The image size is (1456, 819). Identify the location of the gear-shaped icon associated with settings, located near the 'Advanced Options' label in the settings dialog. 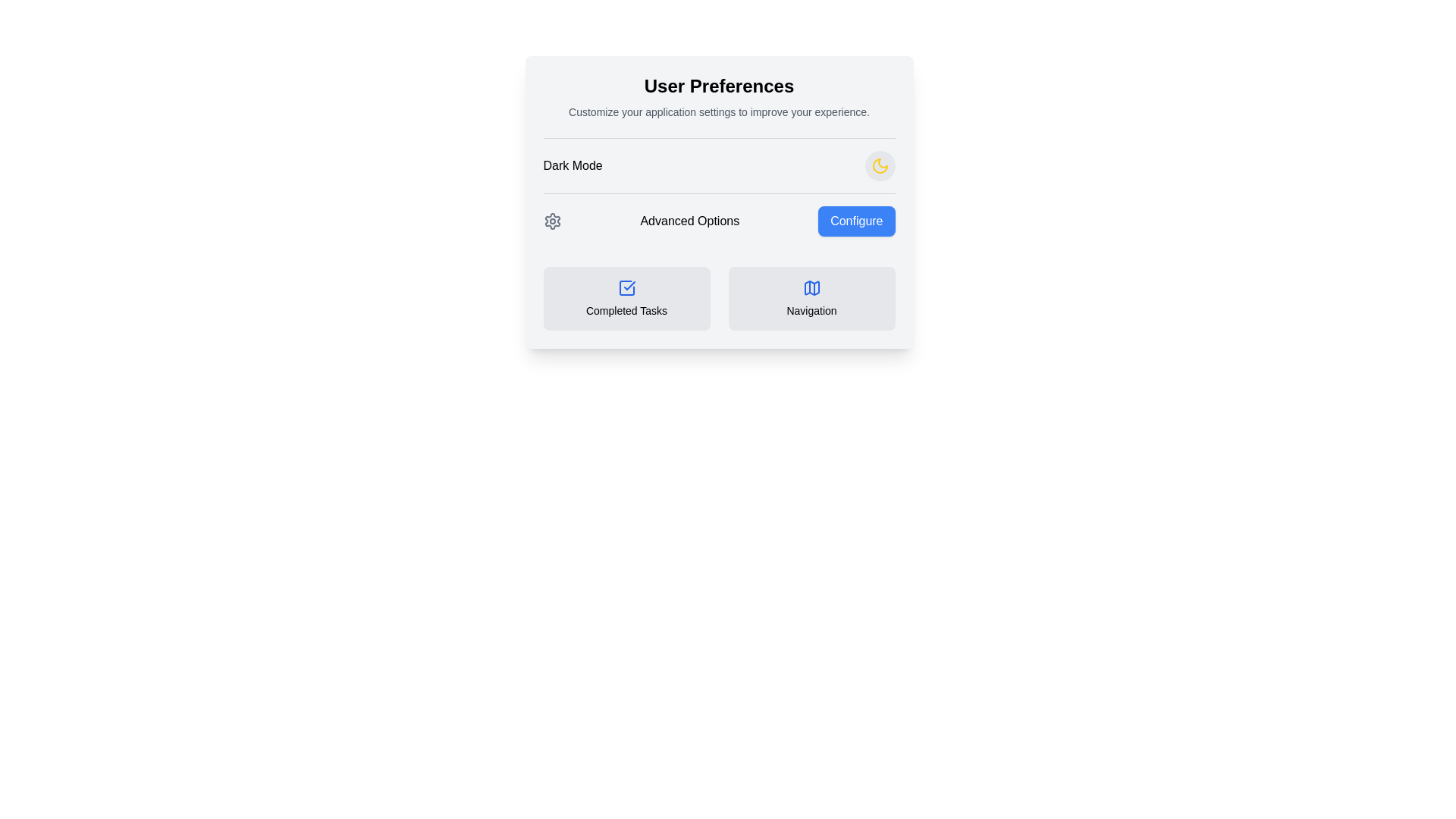
(551, 221).